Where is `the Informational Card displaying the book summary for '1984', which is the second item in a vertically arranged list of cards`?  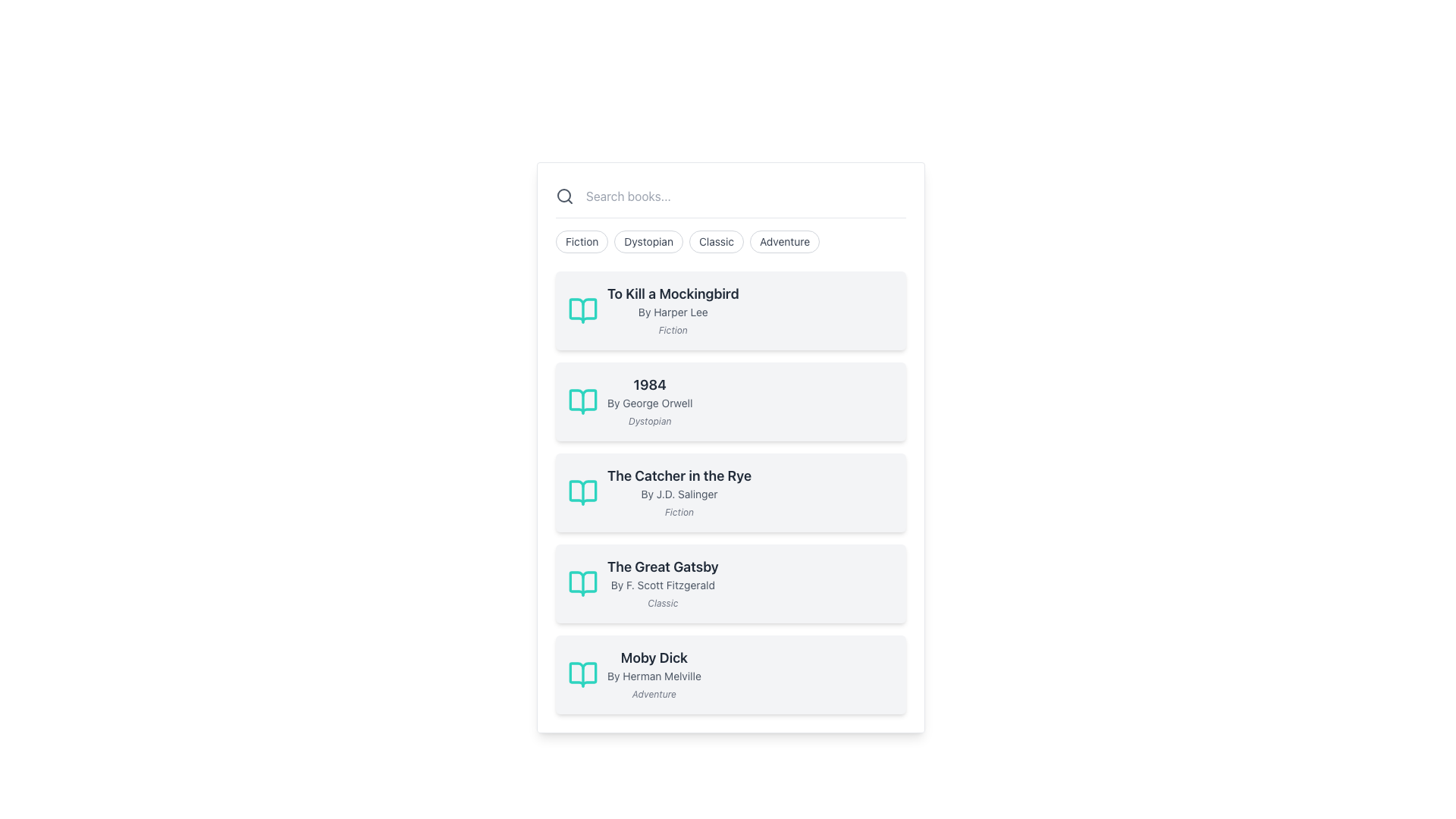
the Informational Card displaying the book summary for '1984', which is the second item in a vertically arranged list of cards is located at coordinates (731, 400).